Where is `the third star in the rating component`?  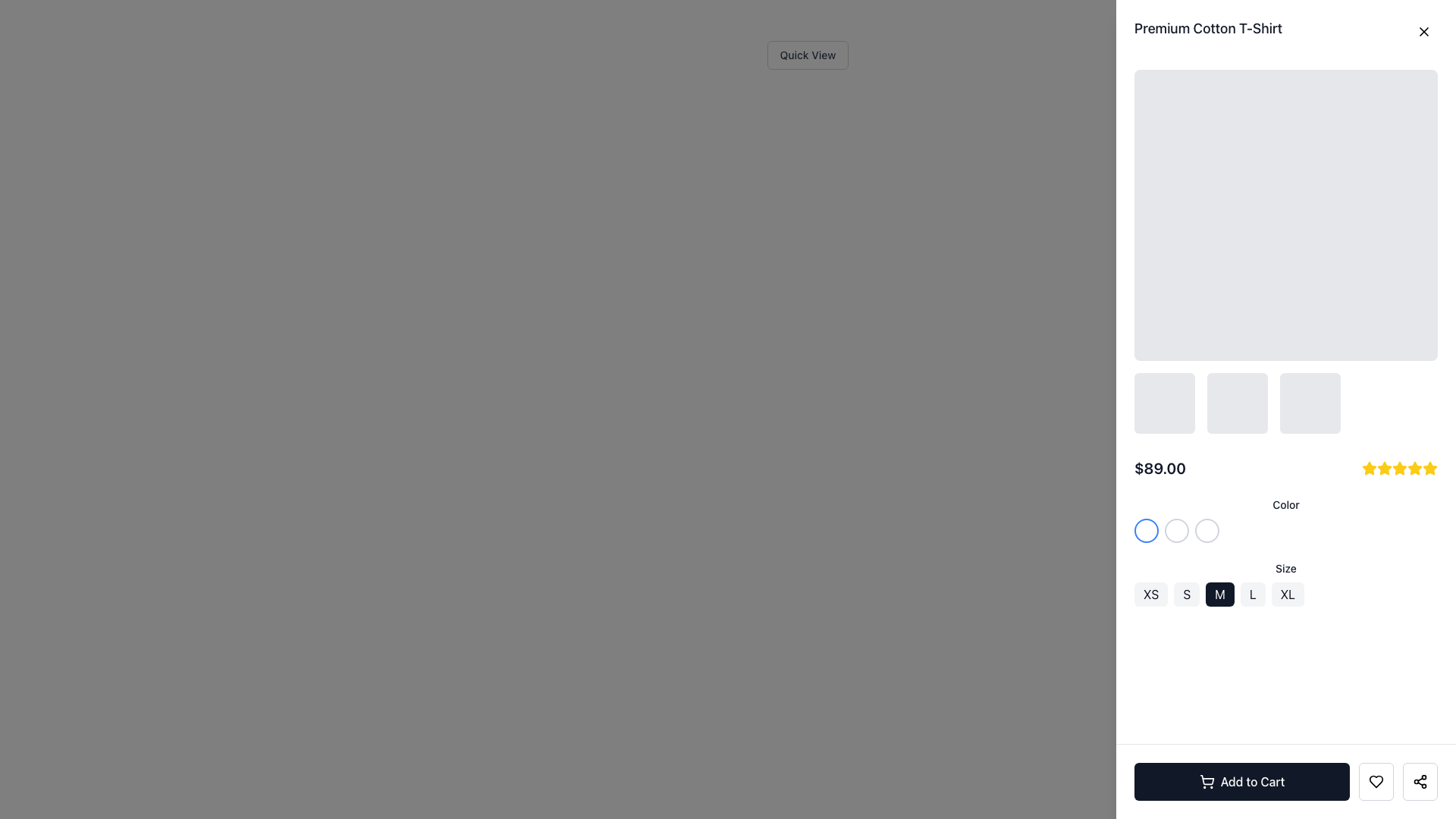 the third star in the rating component is located at coordinates (1384, 467).